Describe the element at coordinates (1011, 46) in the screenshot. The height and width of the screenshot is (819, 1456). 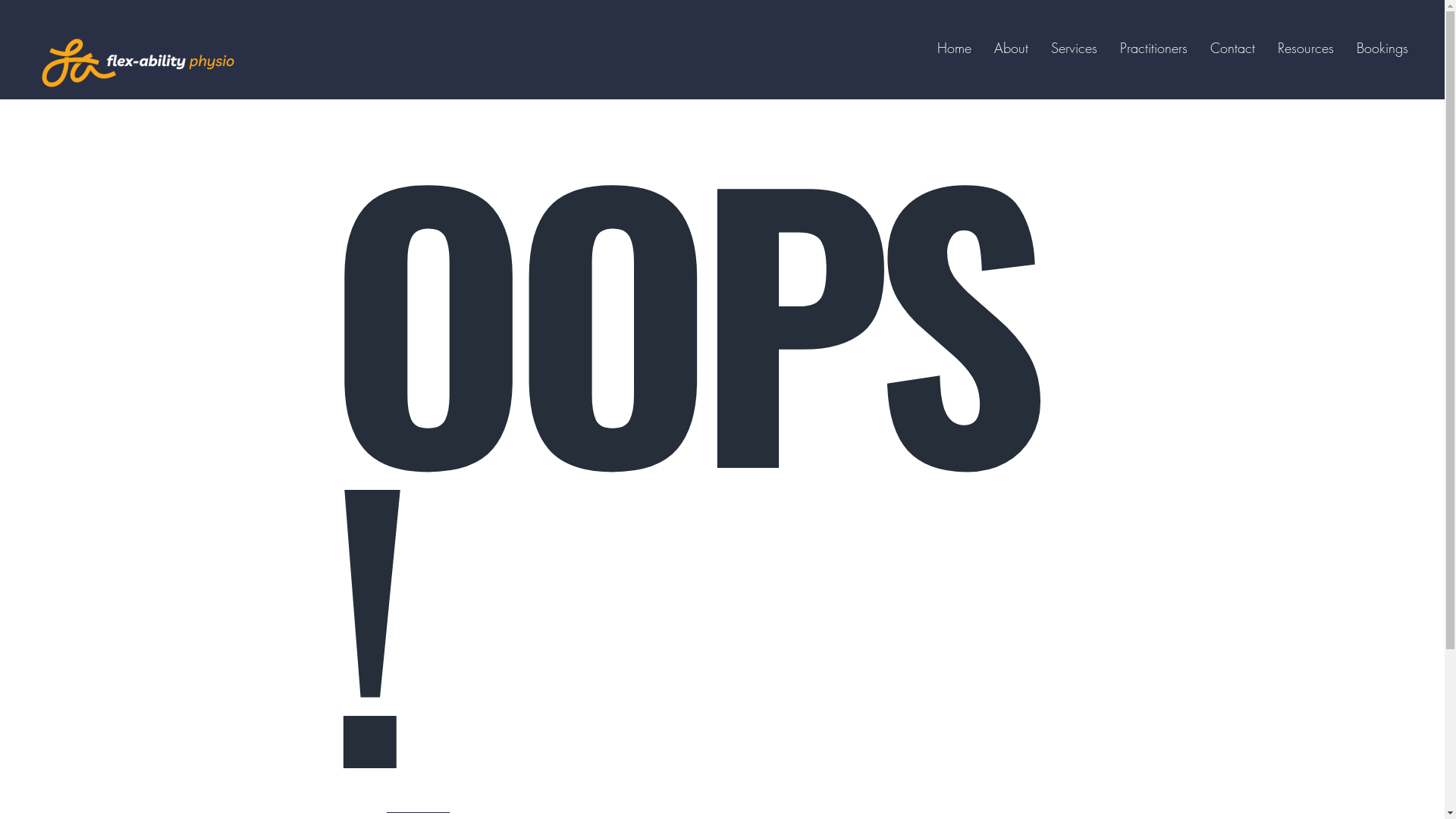
I see `'About'` at that location.